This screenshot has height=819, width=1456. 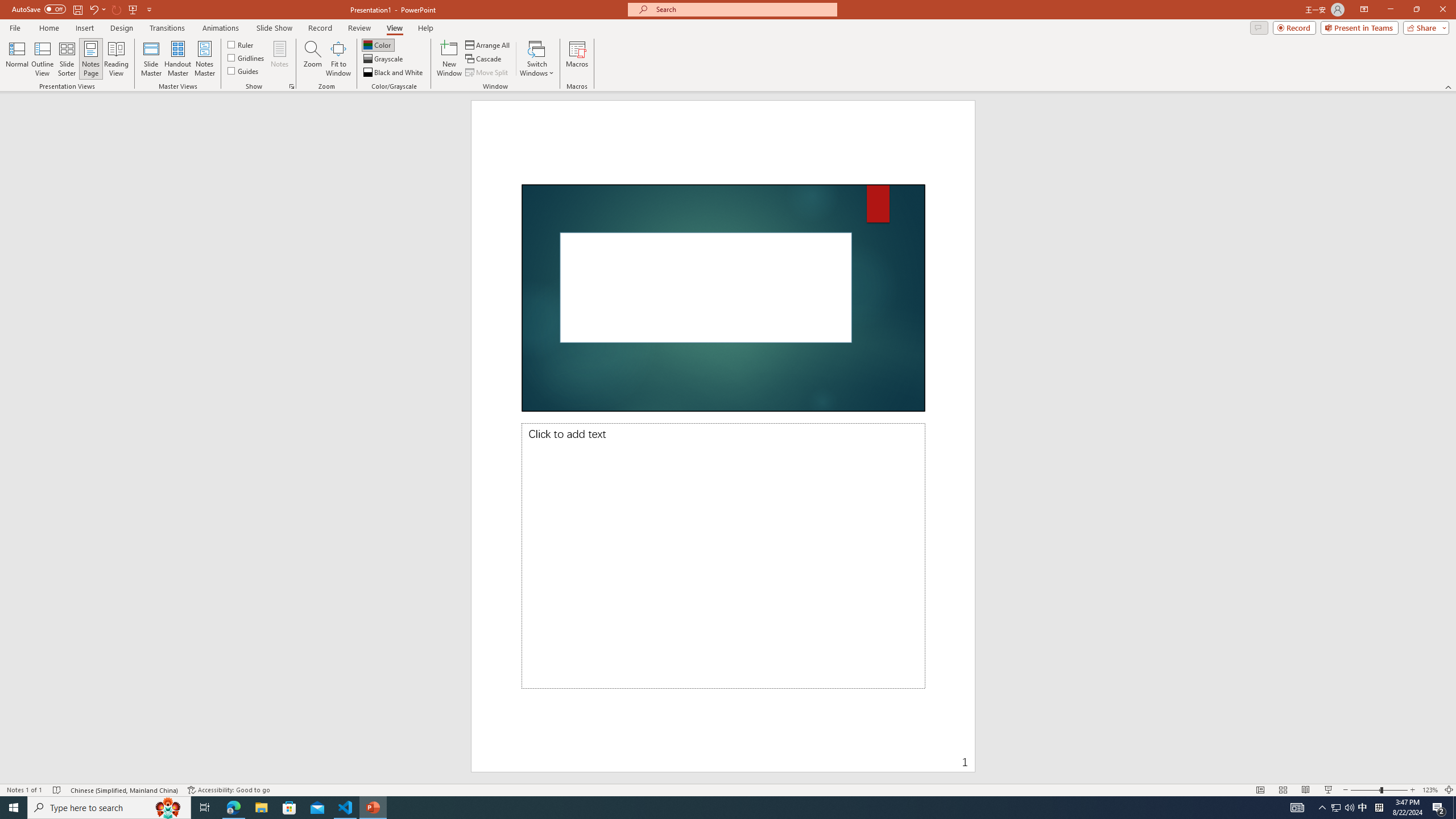 What do you see at coordinates (151, 59) in the screenshot?
I see `'Slide Master'` at bounding box center [151, 59].